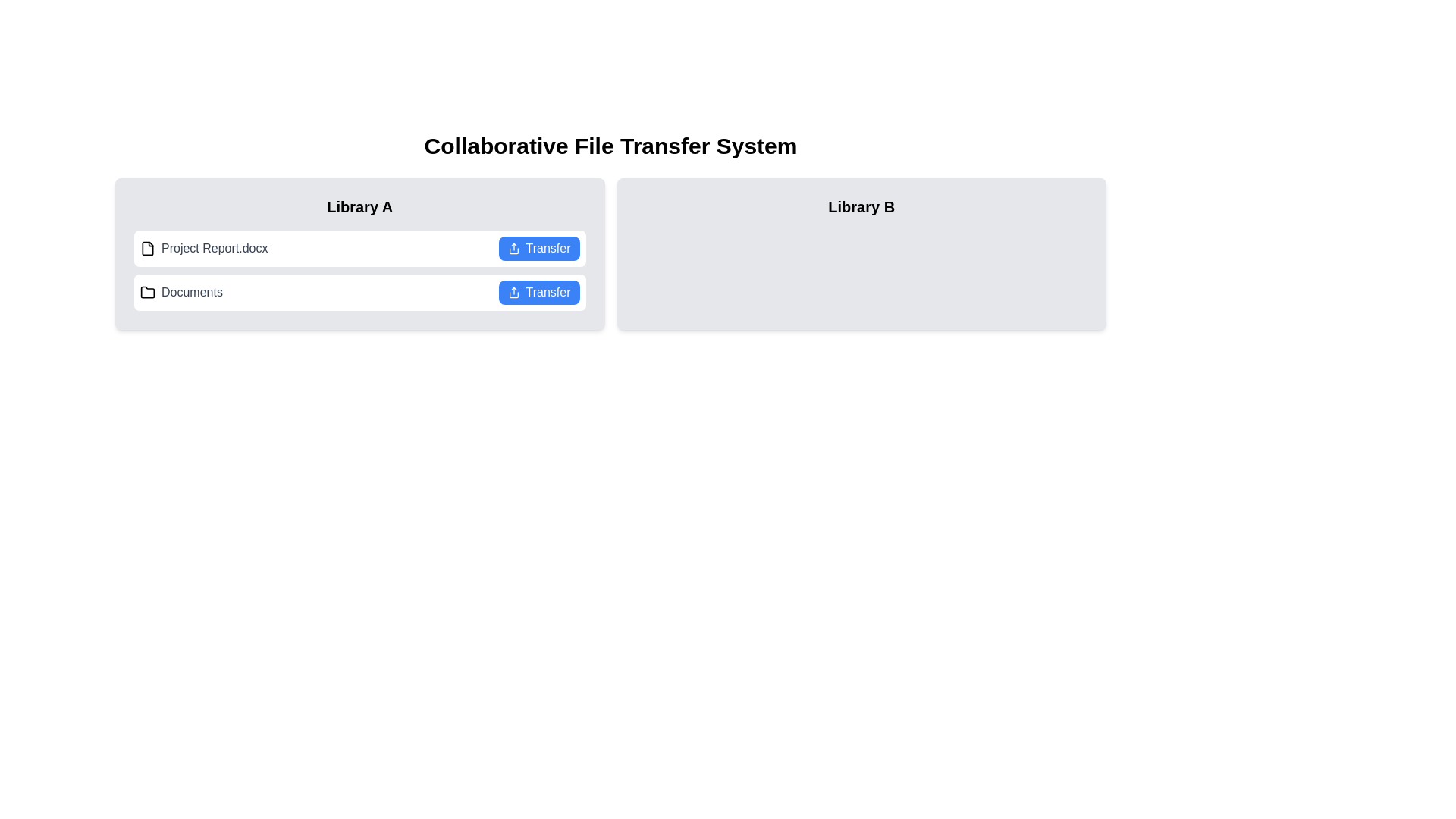 The width and height of the screenshot is (1456, 819). What do you see at coordinates (513, 247) in the screenshot?
I see `the file transfer icon located within the blue 'Transfer' button to the right of 'Project Report.docx' in the file listing area under 'Library A'` at bounding box center [513, 247].